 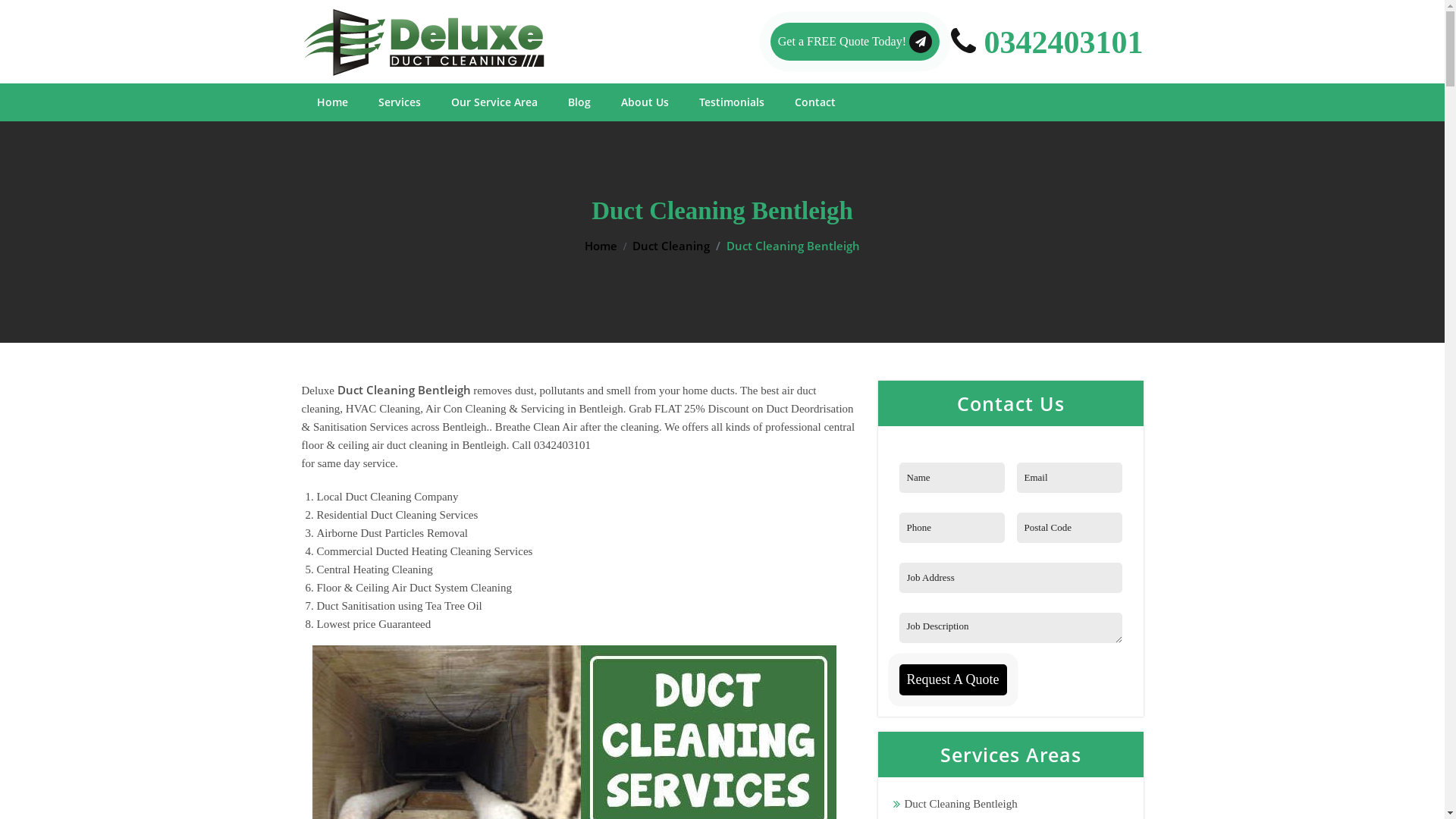 What do you see at coordinates (952, 679) in the screenshot?
I see `'Request A Quote'` at bounding box center [952, 679].